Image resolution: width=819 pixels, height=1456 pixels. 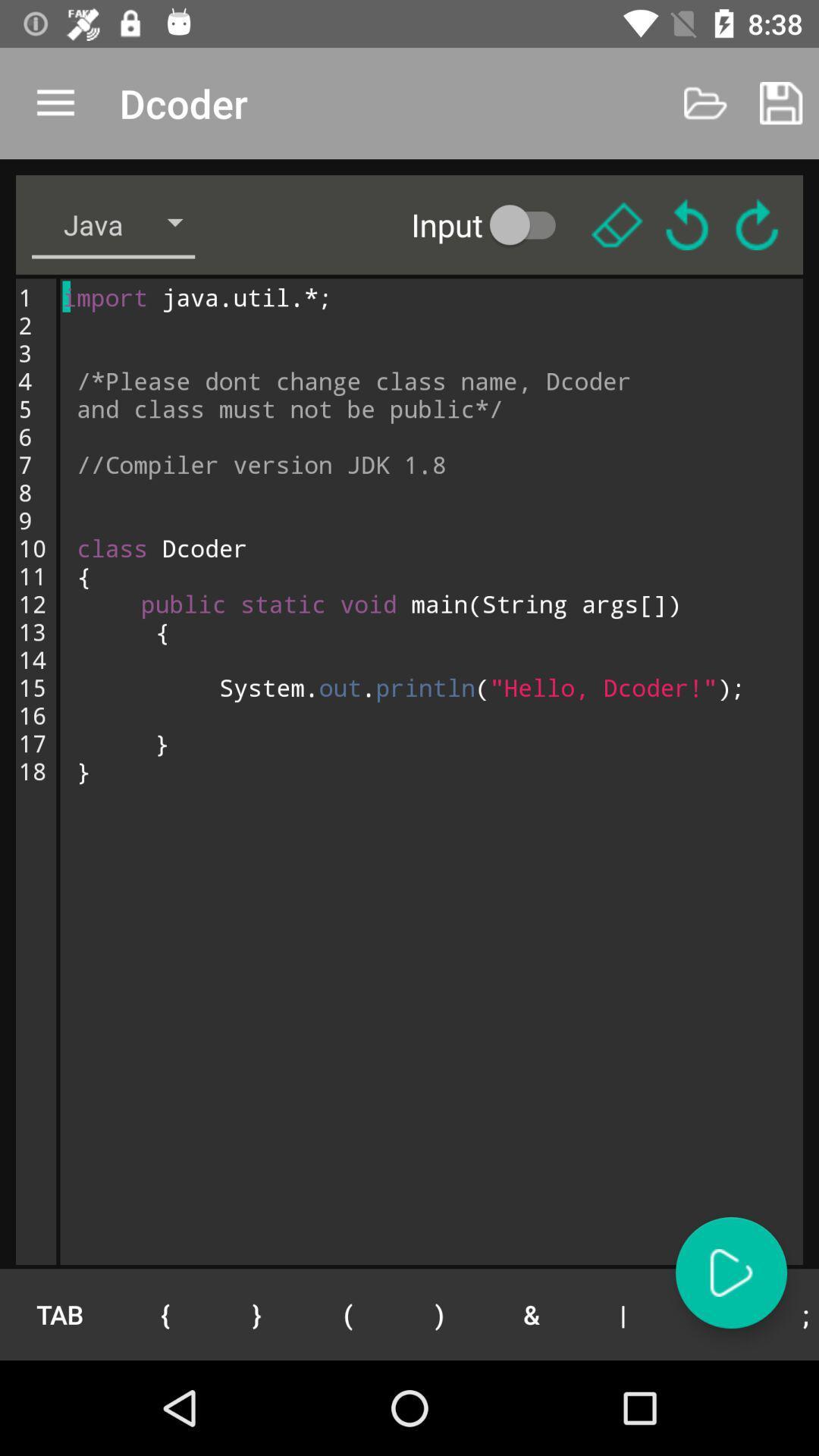 What do you see at coordinates (757, 224) in the screenshot?
I see `refresh` at bounding box center [757, 224].